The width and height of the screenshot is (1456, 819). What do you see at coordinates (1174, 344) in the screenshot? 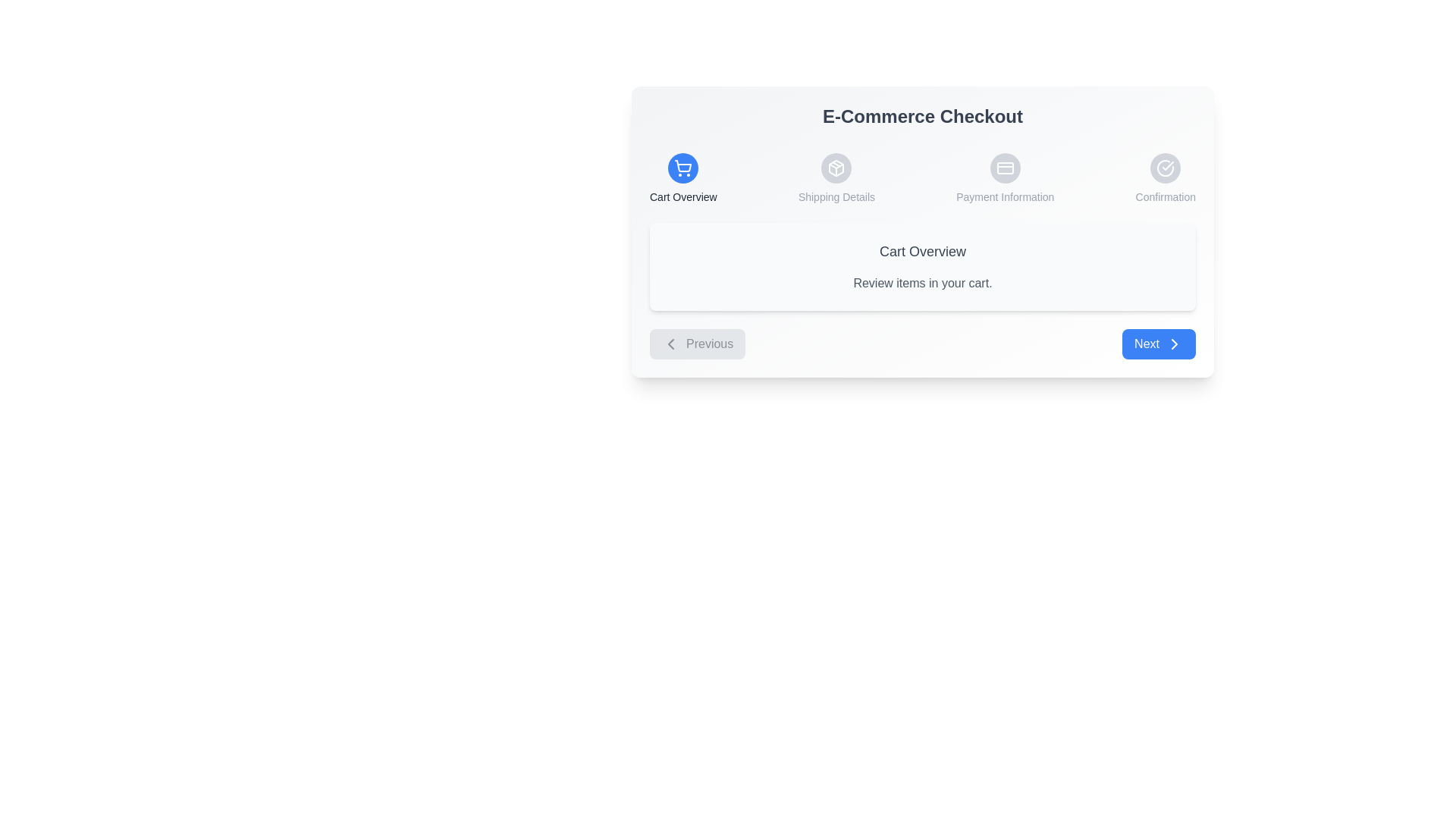
I see `the right-facing chevron icon on the blue 'Next' button` at bounding box center [1174, 344].